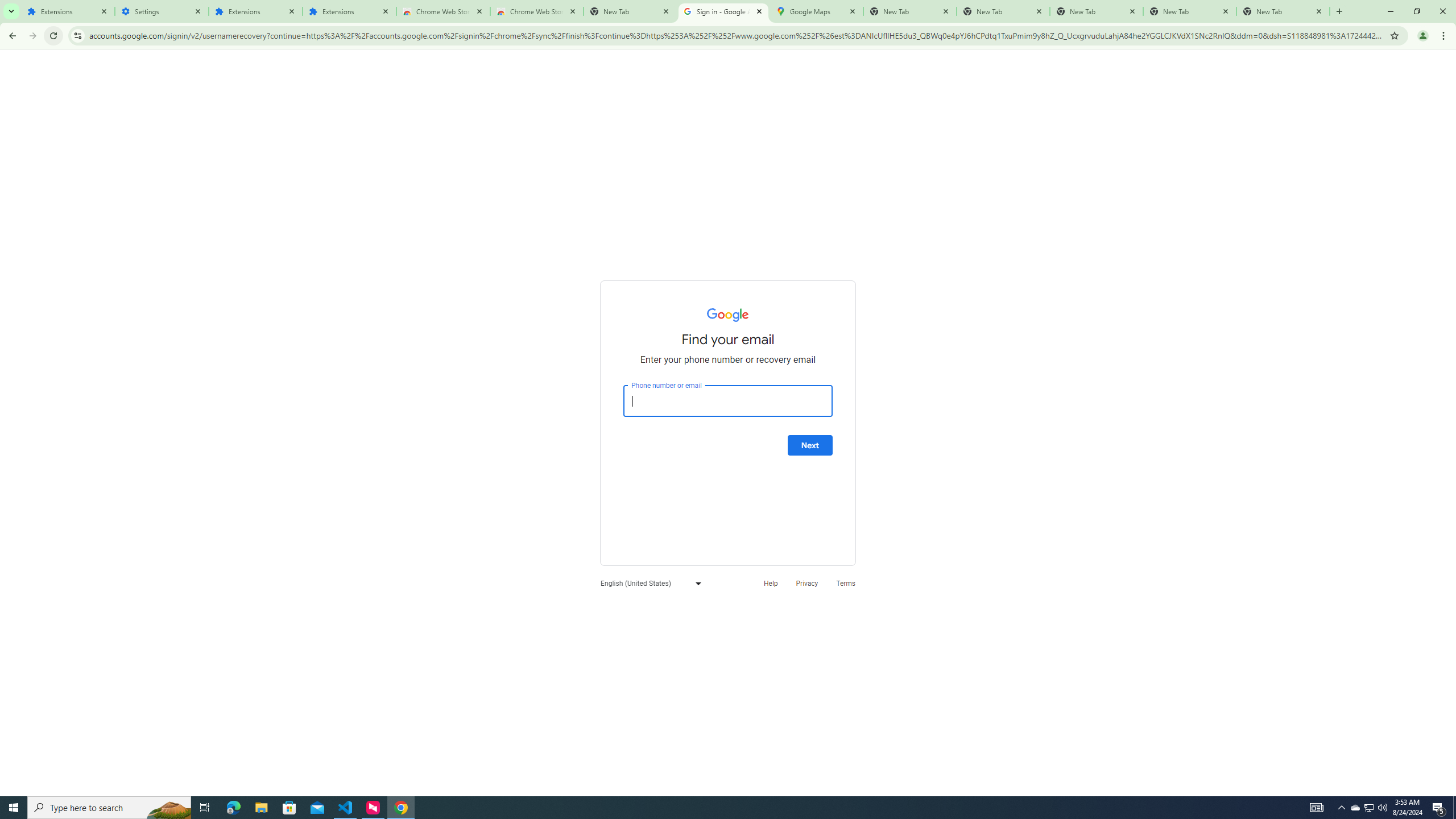  What do you see at coordinates (723, 11) in the screenshot?
I see `'Sign in - Google Accounts'` at bounding box center [723, 11].